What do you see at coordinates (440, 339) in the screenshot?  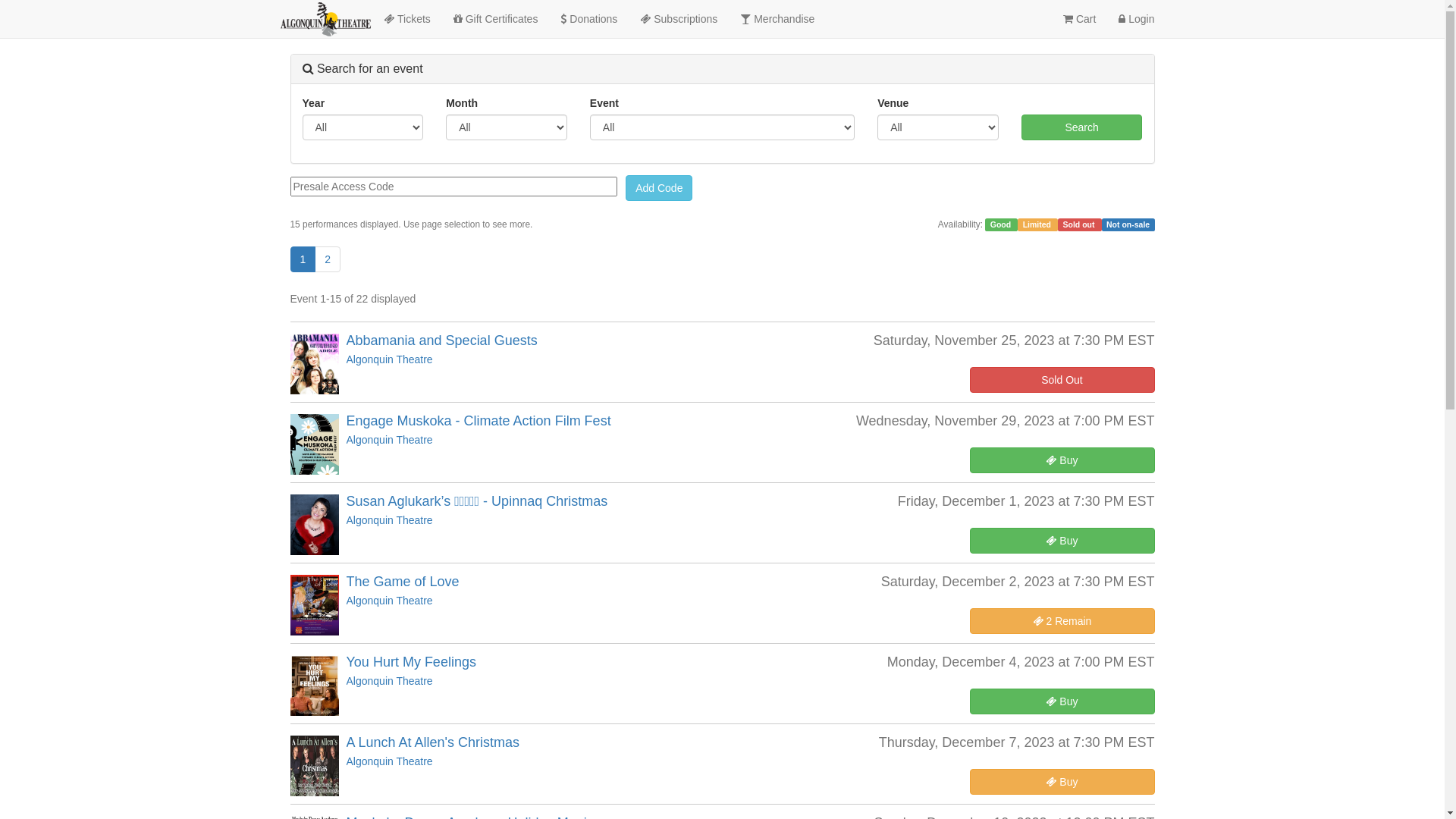 I see `'Abbamania and Special Guests'` at bounding box center [440, 339].